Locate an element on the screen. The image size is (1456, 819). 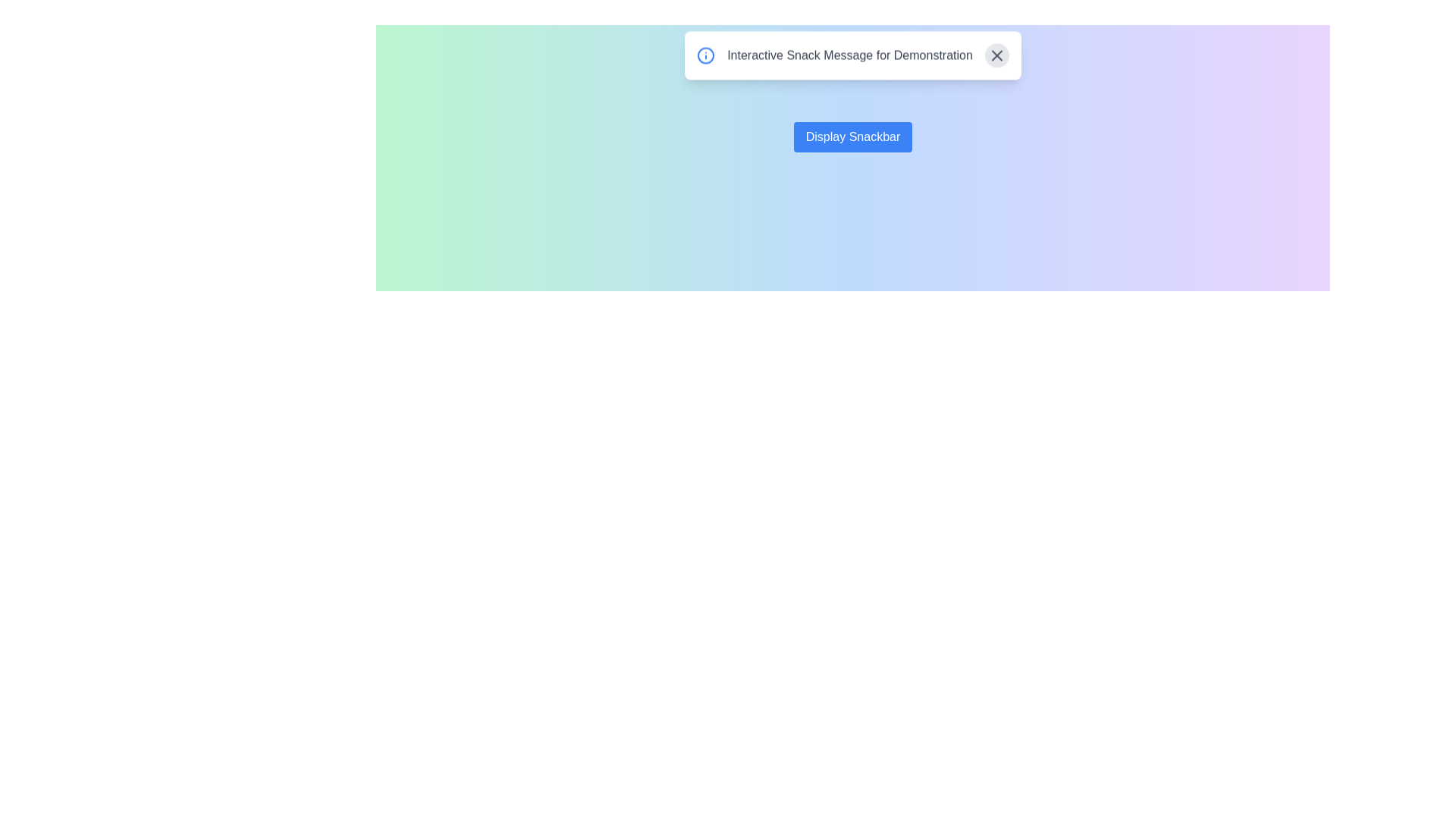
the close button of the snack message, which is located at the far right of the notification box containing an information icon and text is located at coordinates (996, 61).